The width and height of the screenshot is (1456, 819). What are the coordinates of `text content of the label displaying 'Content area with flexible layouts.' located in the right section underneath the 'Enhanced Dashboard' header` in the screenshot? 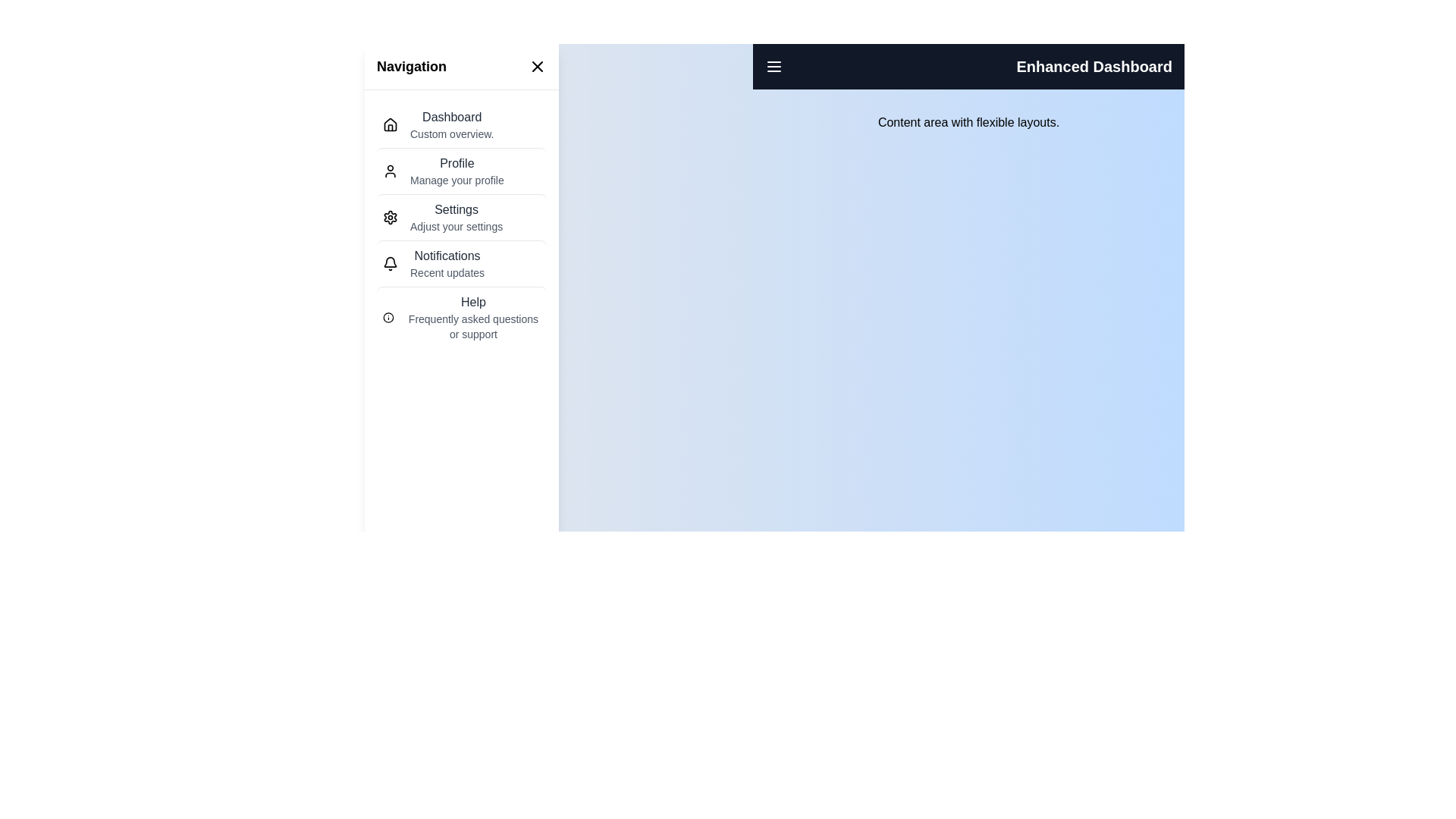 It's located at (968, 122).